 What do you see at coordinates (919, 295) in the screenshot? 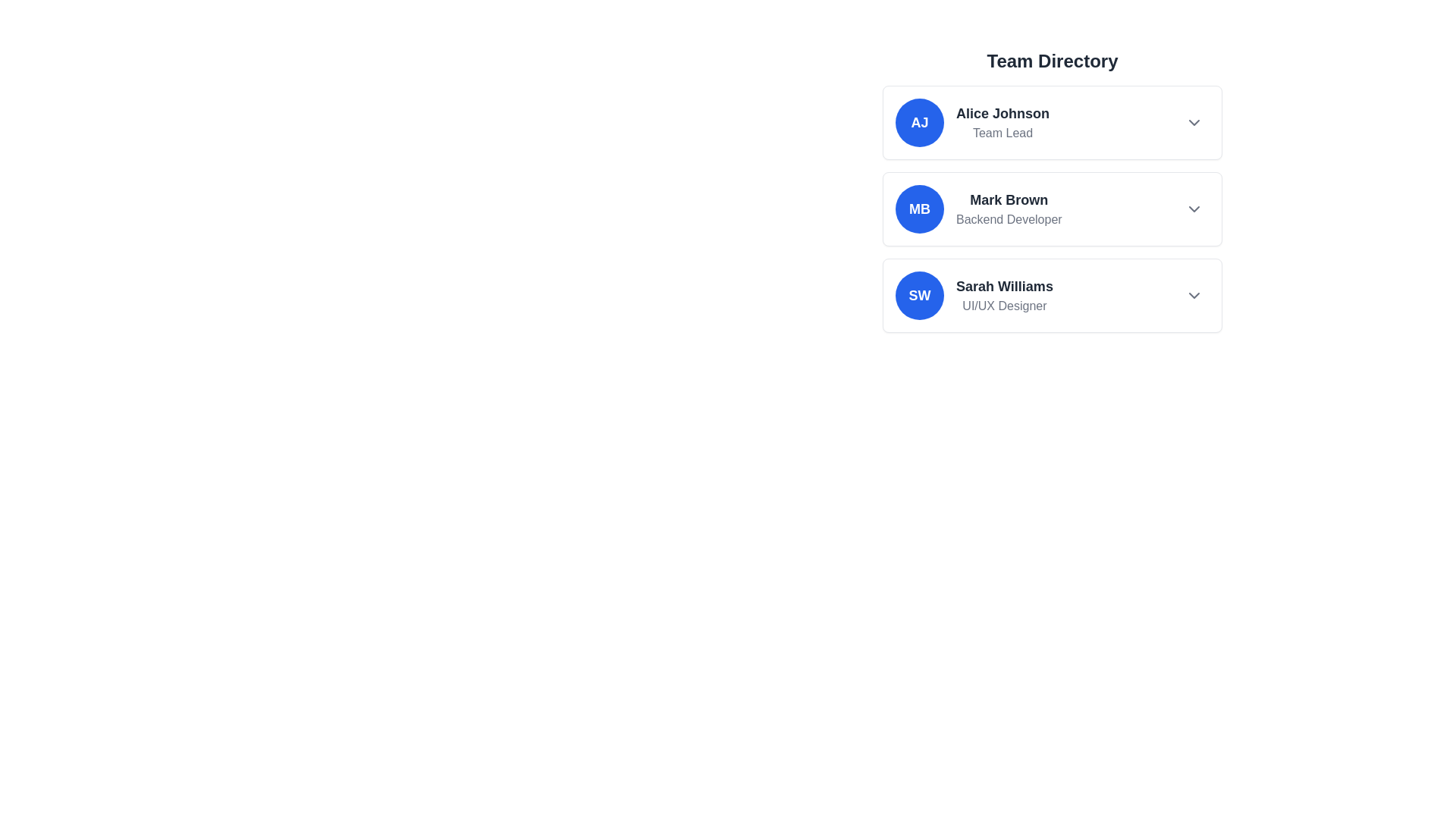
I see `the Avatar Badge representing the user 'Sarah Williams', which is the leftmost item in the row labeled 'Sarah Williams, UI/UX Designer'` at bounding box center [919, 295].